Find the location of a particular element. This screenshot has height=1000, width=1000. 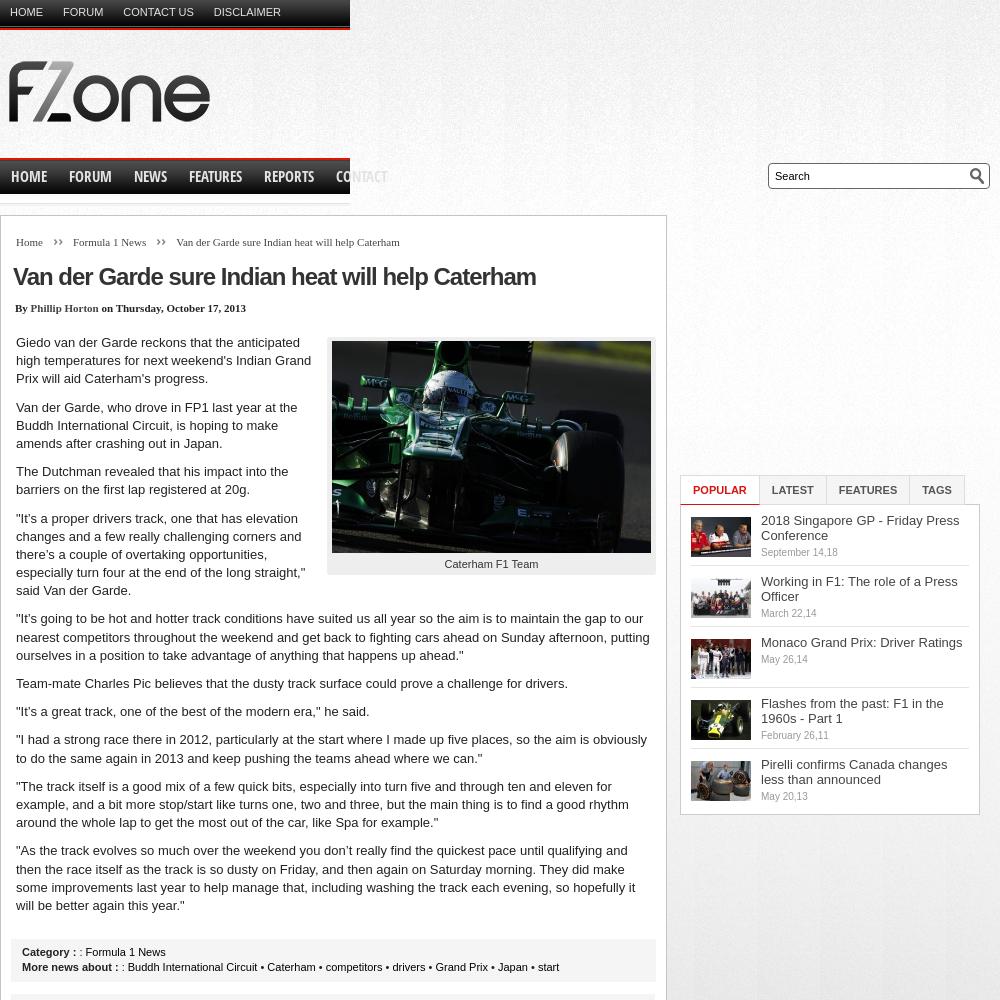

'Team-mate Charles Pic believes that the dusty track surface could prove a challenge for drivers.' is located at coordinates (292, 683).